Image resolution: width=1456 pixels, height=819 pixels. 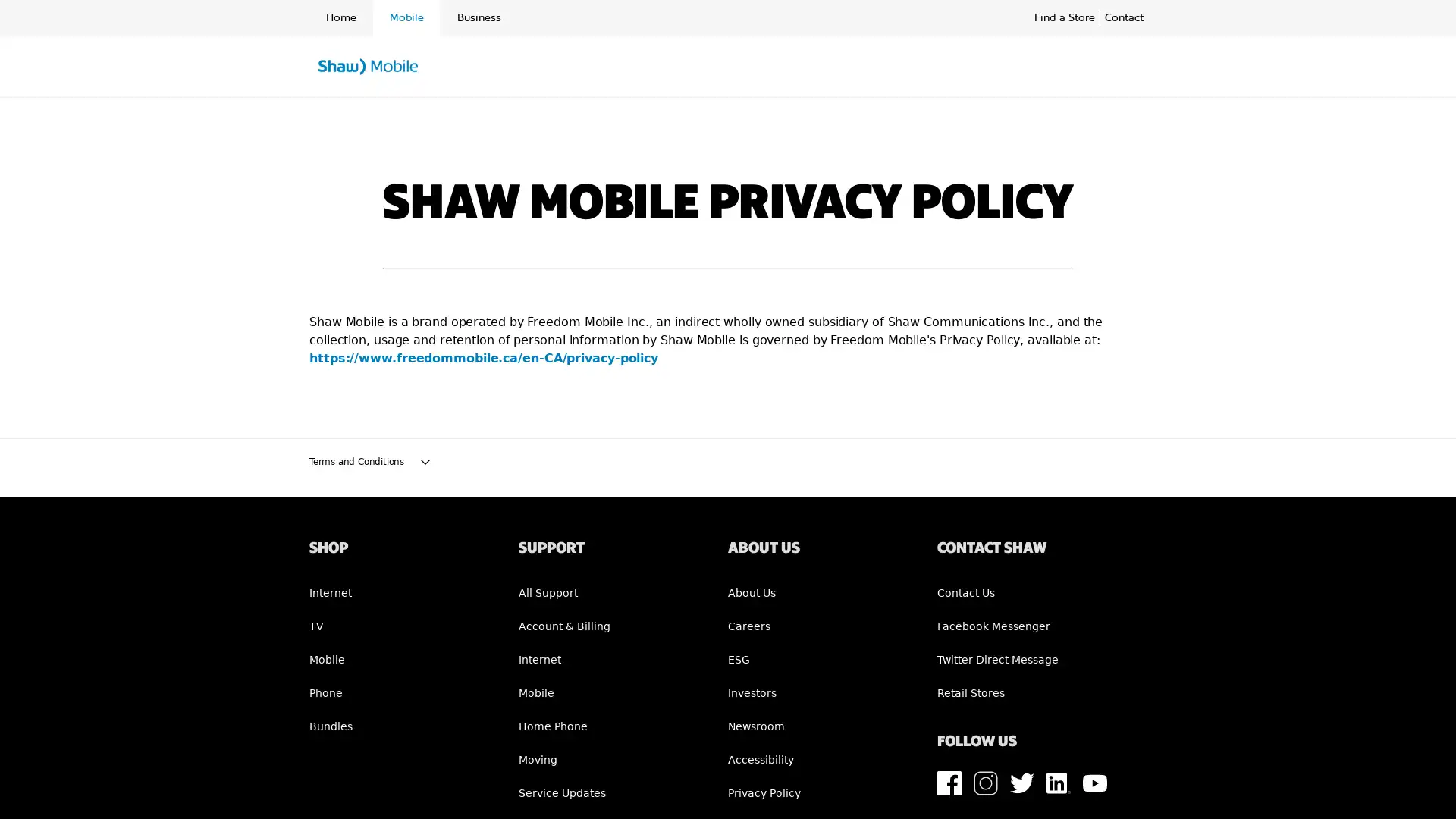 What do you see at coordinates (736, 67) in the screenshot?
I see `Support` at bounding box center [736, 67].